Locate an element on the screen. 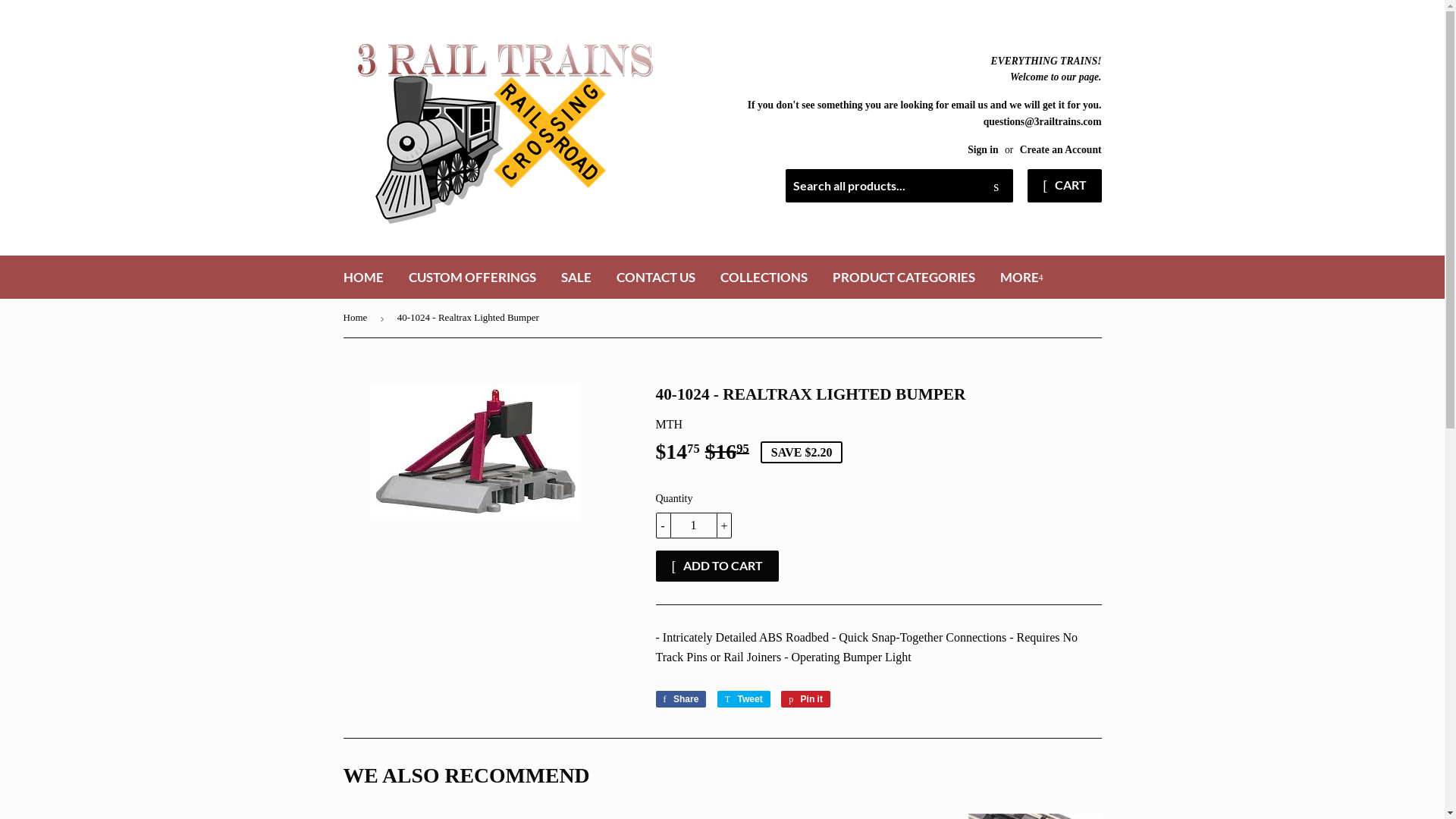  'MORE' is located at coordinates (989, 277).